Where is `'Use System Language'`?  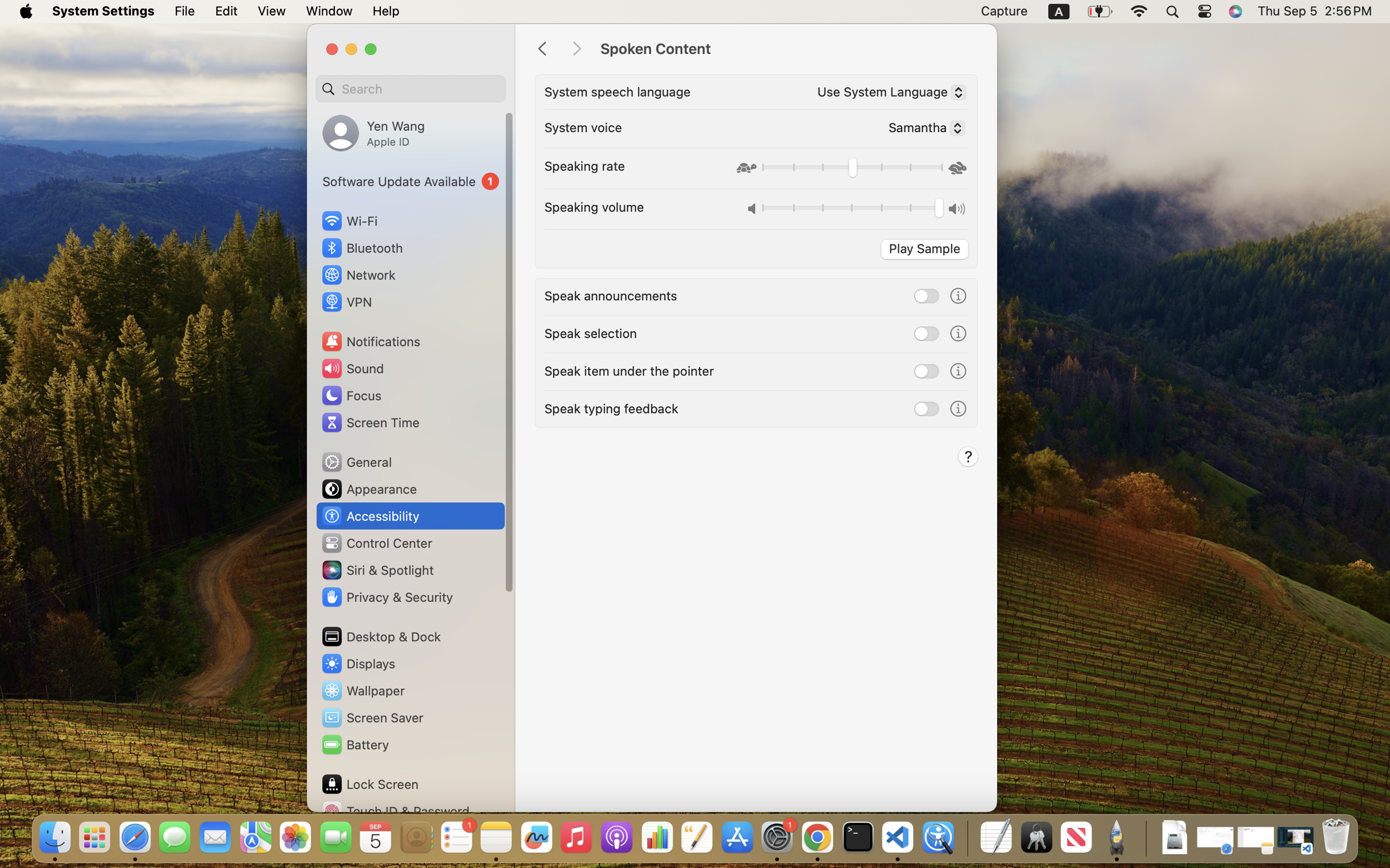
'Use System Language' is located at coordinates (887, 93).